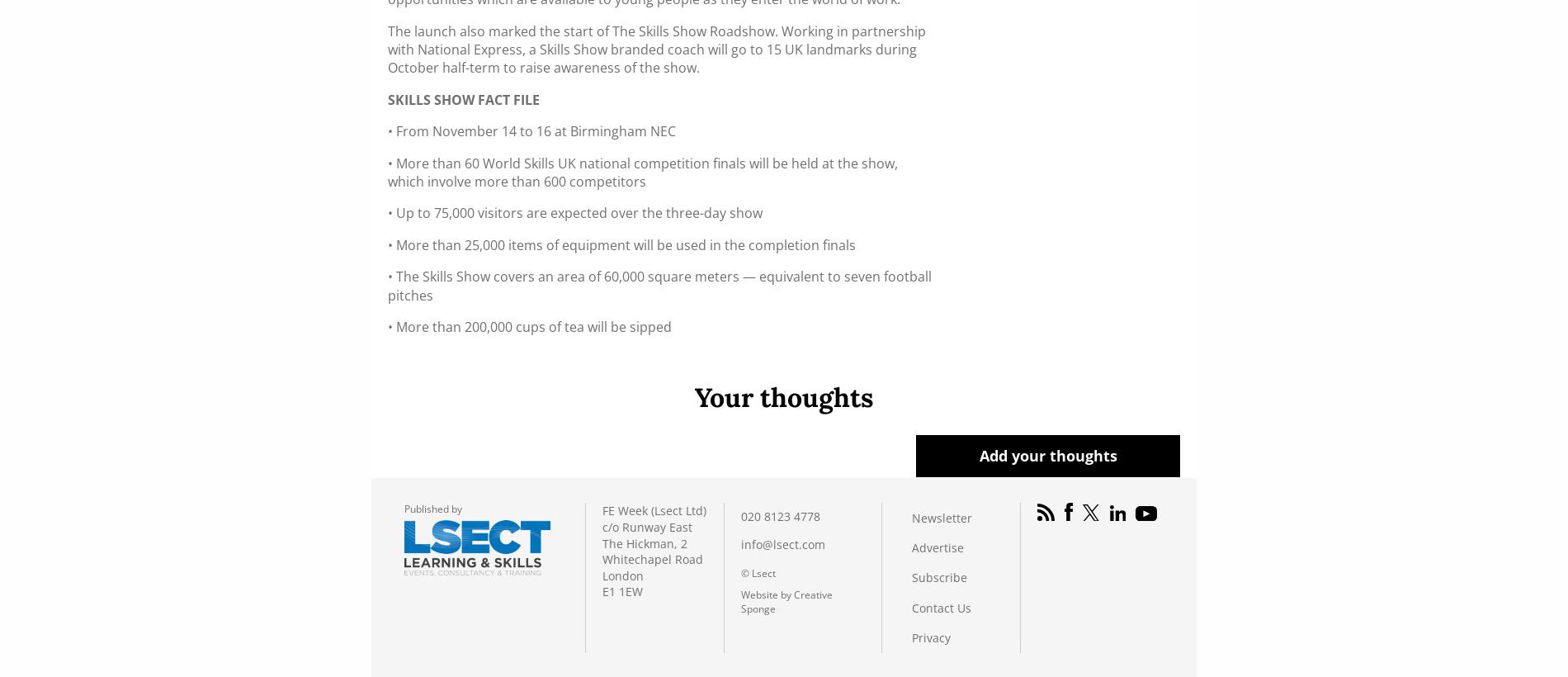  Describe the element at coordinates (621, 591) in the screenshot. I see `'E1 1EW'` at that location.